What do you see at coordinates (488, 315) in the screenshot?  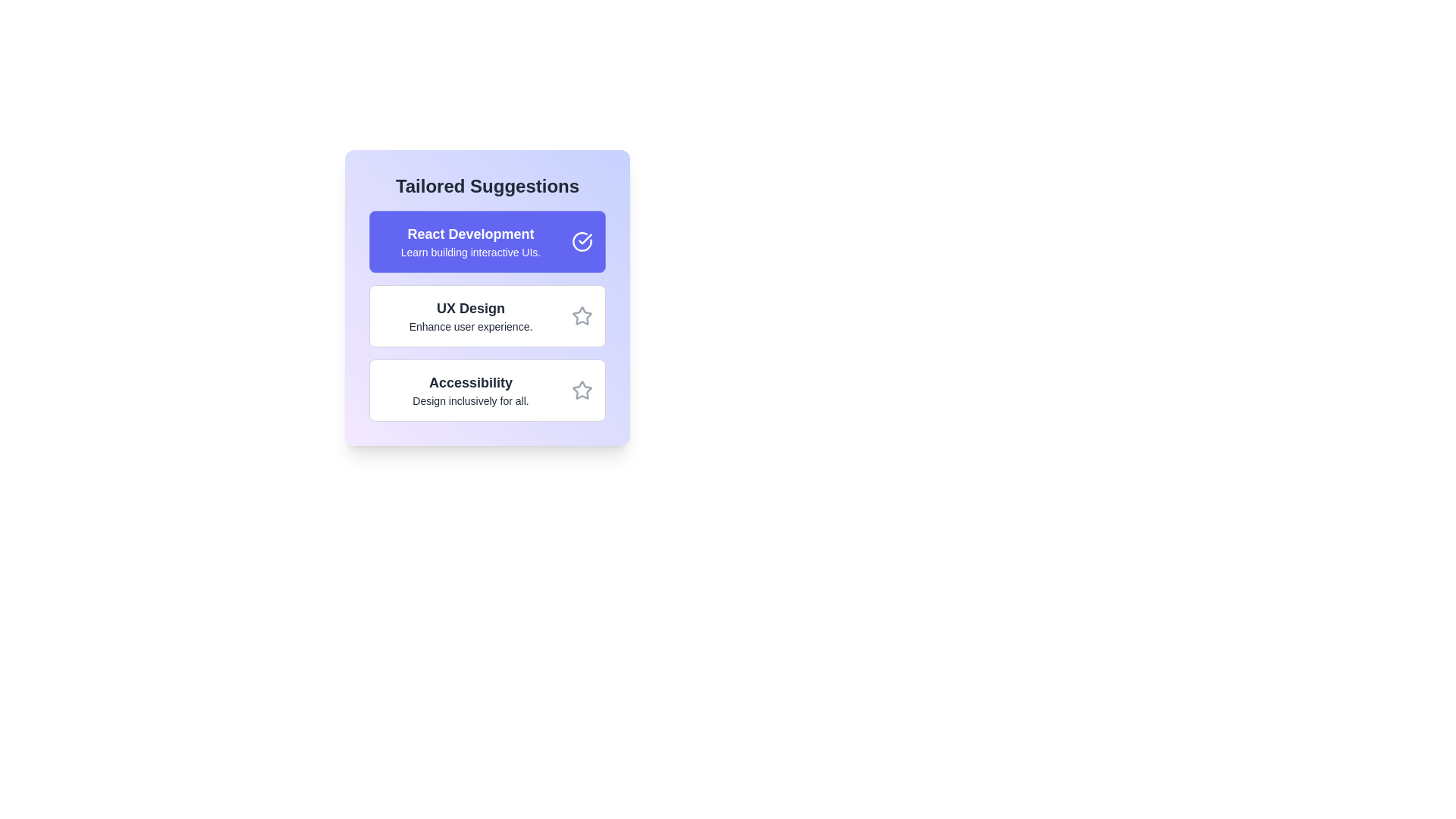 I see `the suggestion with the title UX Design` at bounding box center [488, 315].